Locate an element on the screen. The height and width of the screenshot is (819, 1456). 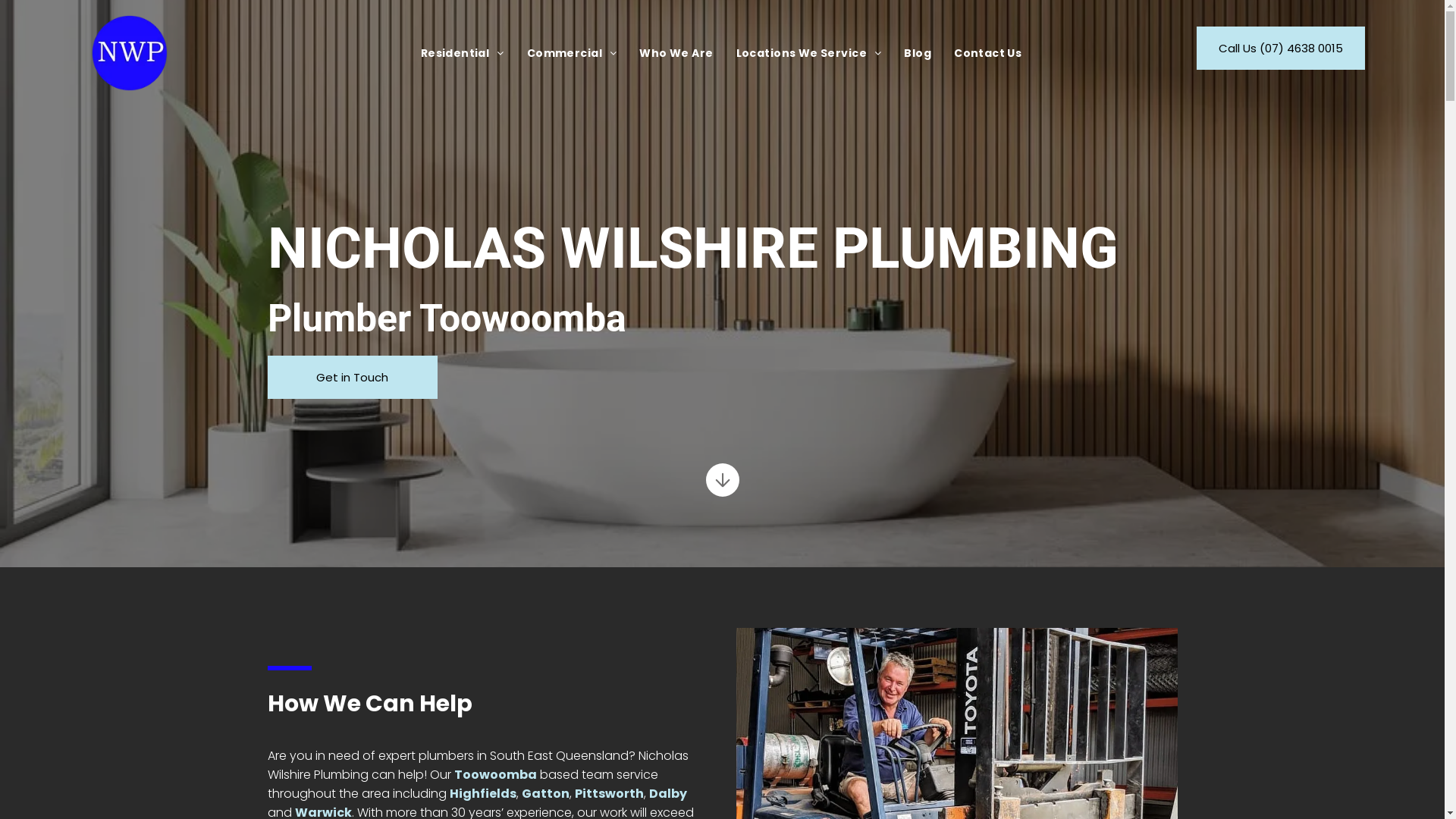
'Call Us (07) 4638 0015' is located at coordinates (1196, 47).